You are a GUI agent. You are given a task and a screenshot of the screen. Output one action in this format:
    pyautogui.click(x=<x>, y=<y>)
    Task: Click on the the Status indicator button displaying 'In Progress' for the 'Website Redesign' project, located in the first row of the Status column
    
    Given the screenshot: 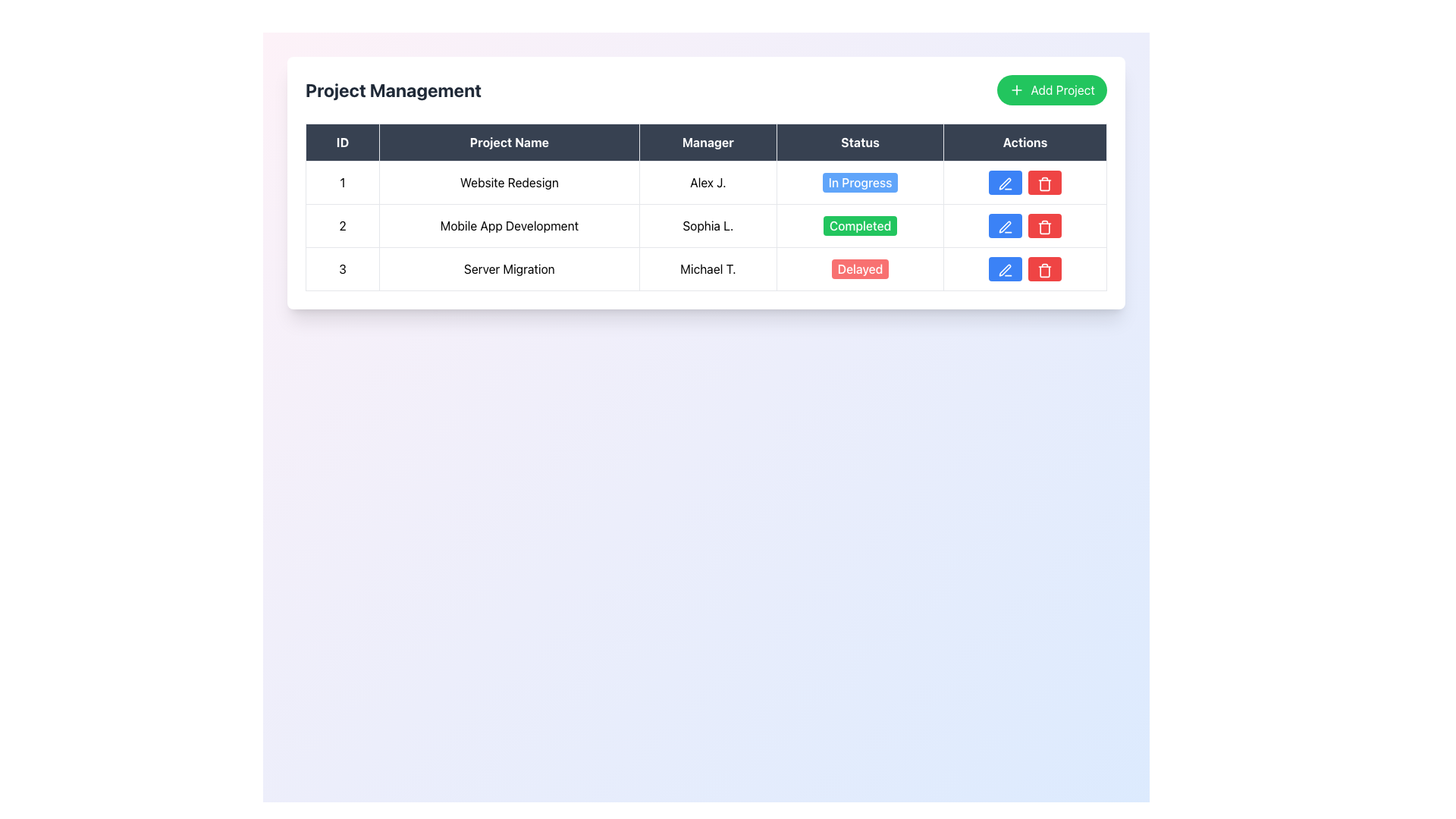 What is the action you would take?
    pyautogui.click(x=860, y=181)
    